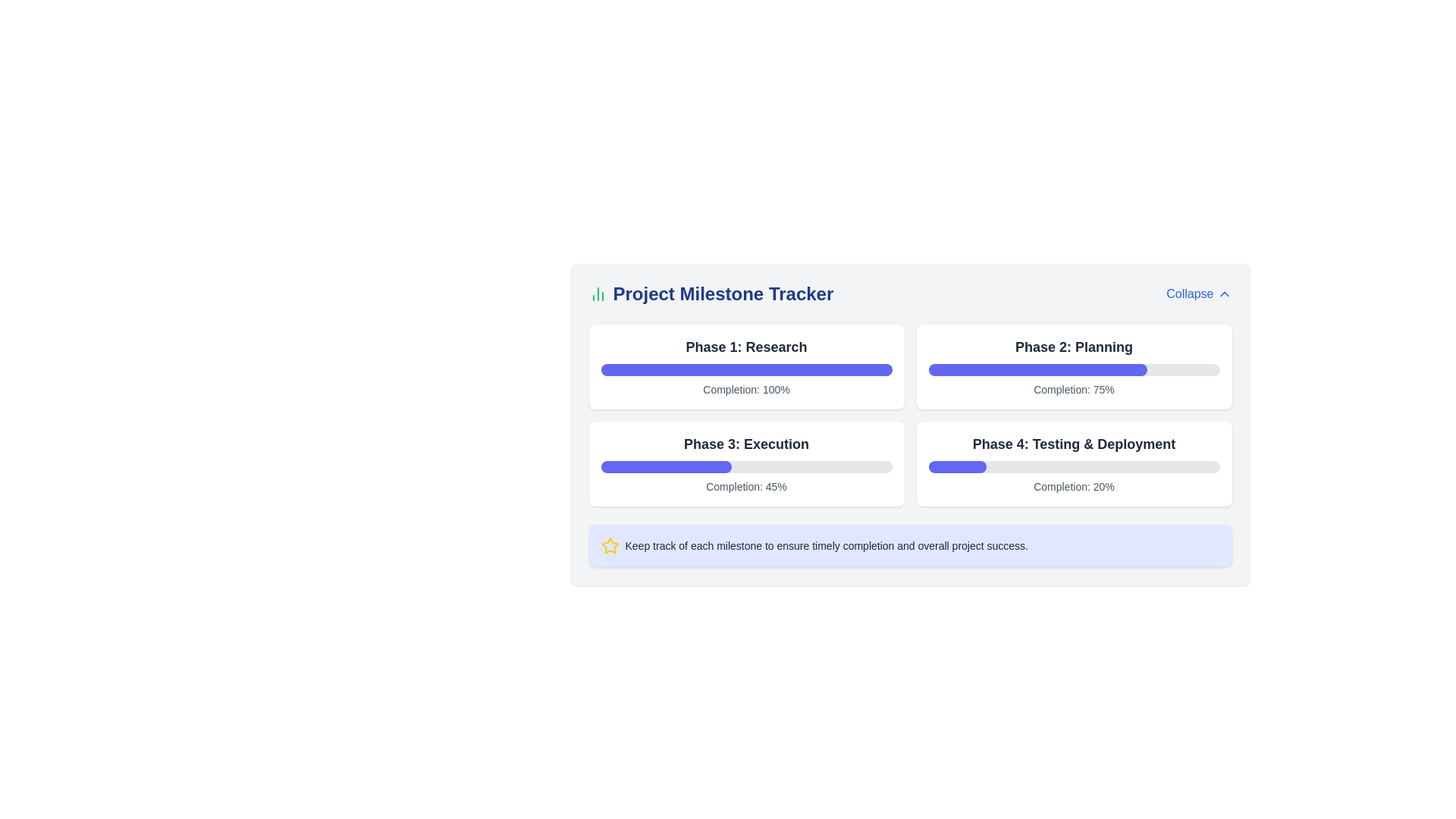 This screenshot has width=1456, height=819. What do you see at coordinates (1073, 444) in the screenshot?
I see `the Text Label that serves as the primary title for the Phase 4 section of the Project Milestone Tracker, located at the top of the card in the bottom-right corner` at bounding box center [1073, 444].